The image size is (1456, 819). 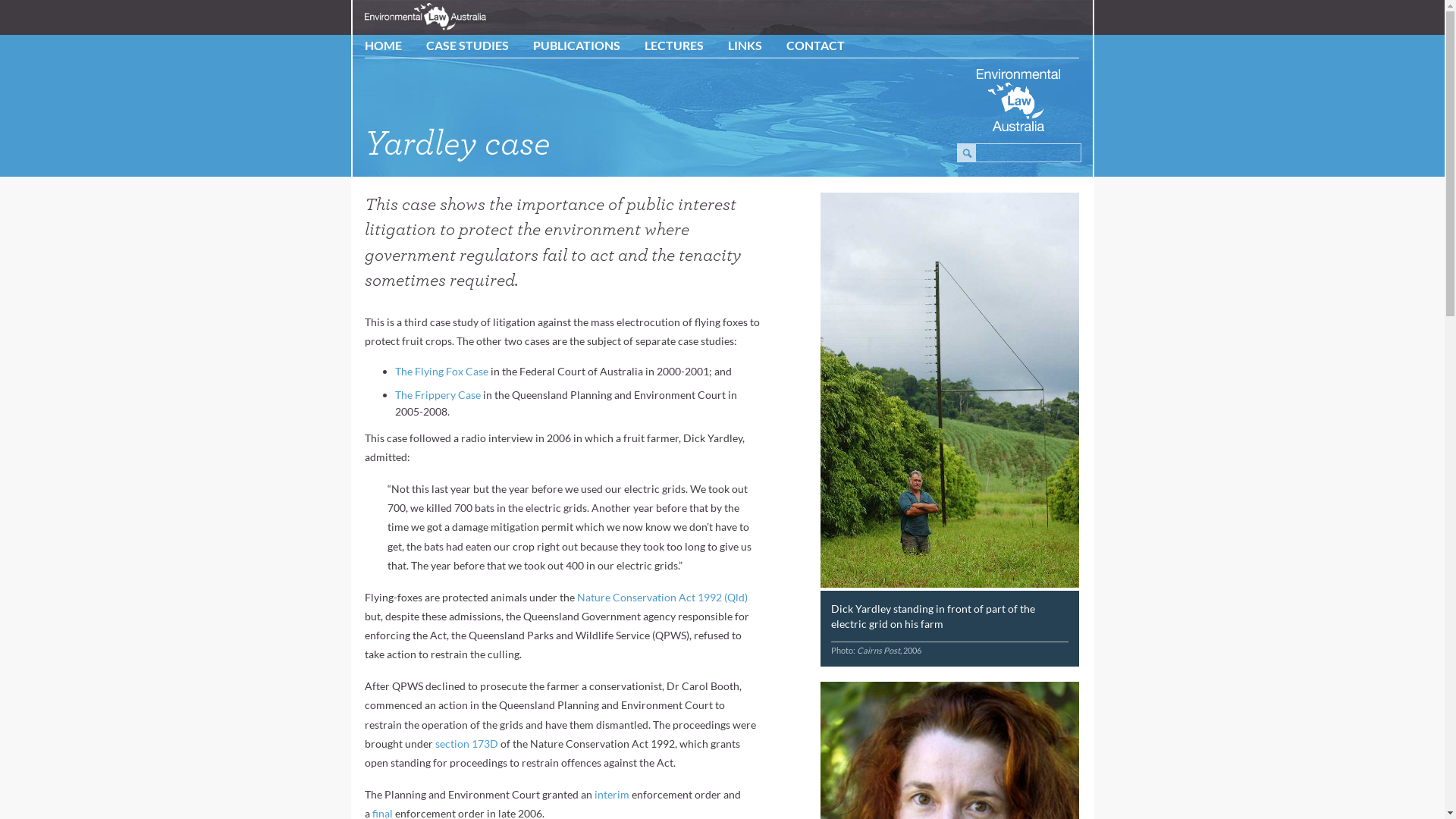 I want to click on 'interim', so click(x=611, y=793).